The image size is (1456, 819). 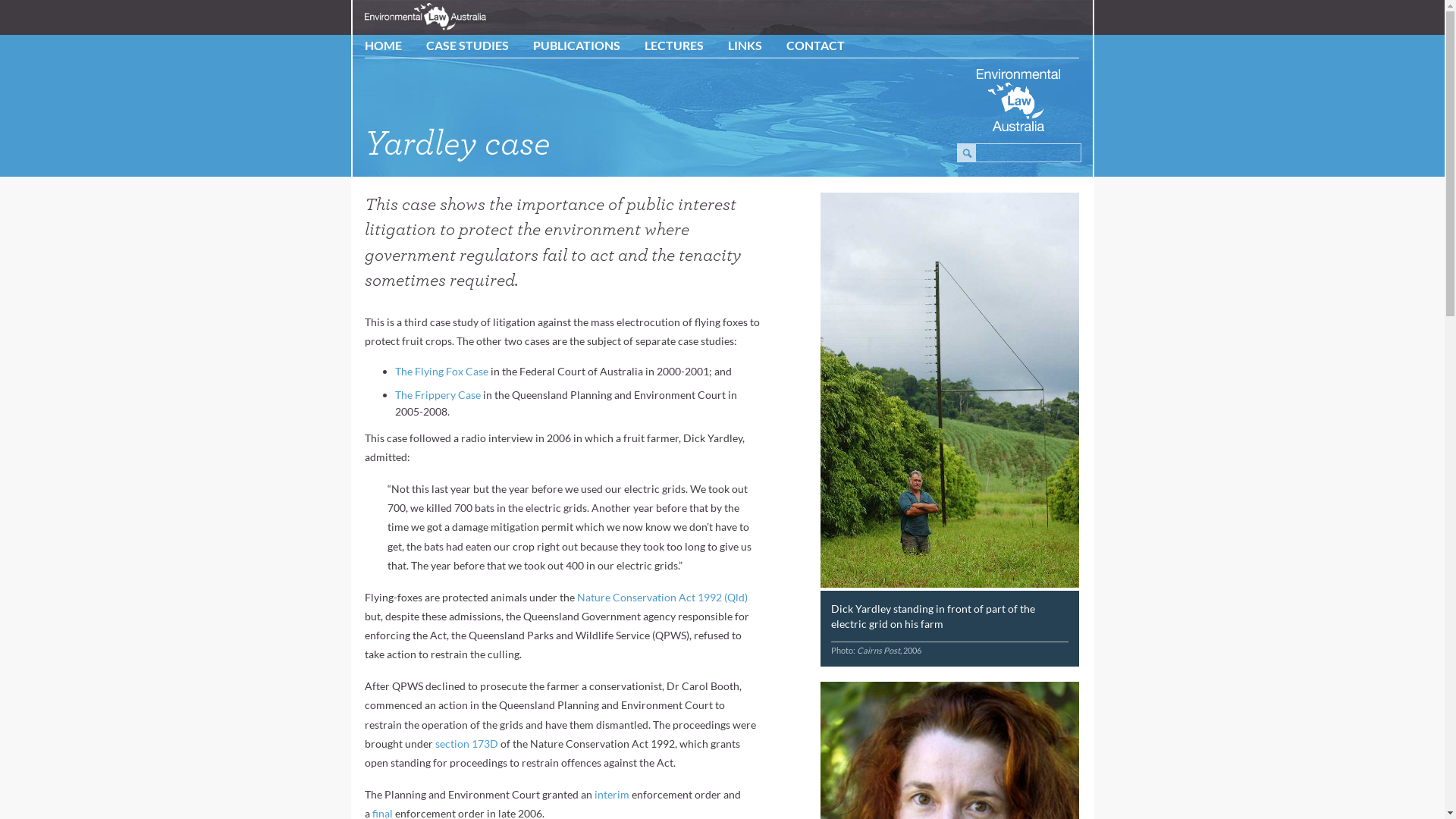 I want to click on 'interim', so click(x=611, y=793).